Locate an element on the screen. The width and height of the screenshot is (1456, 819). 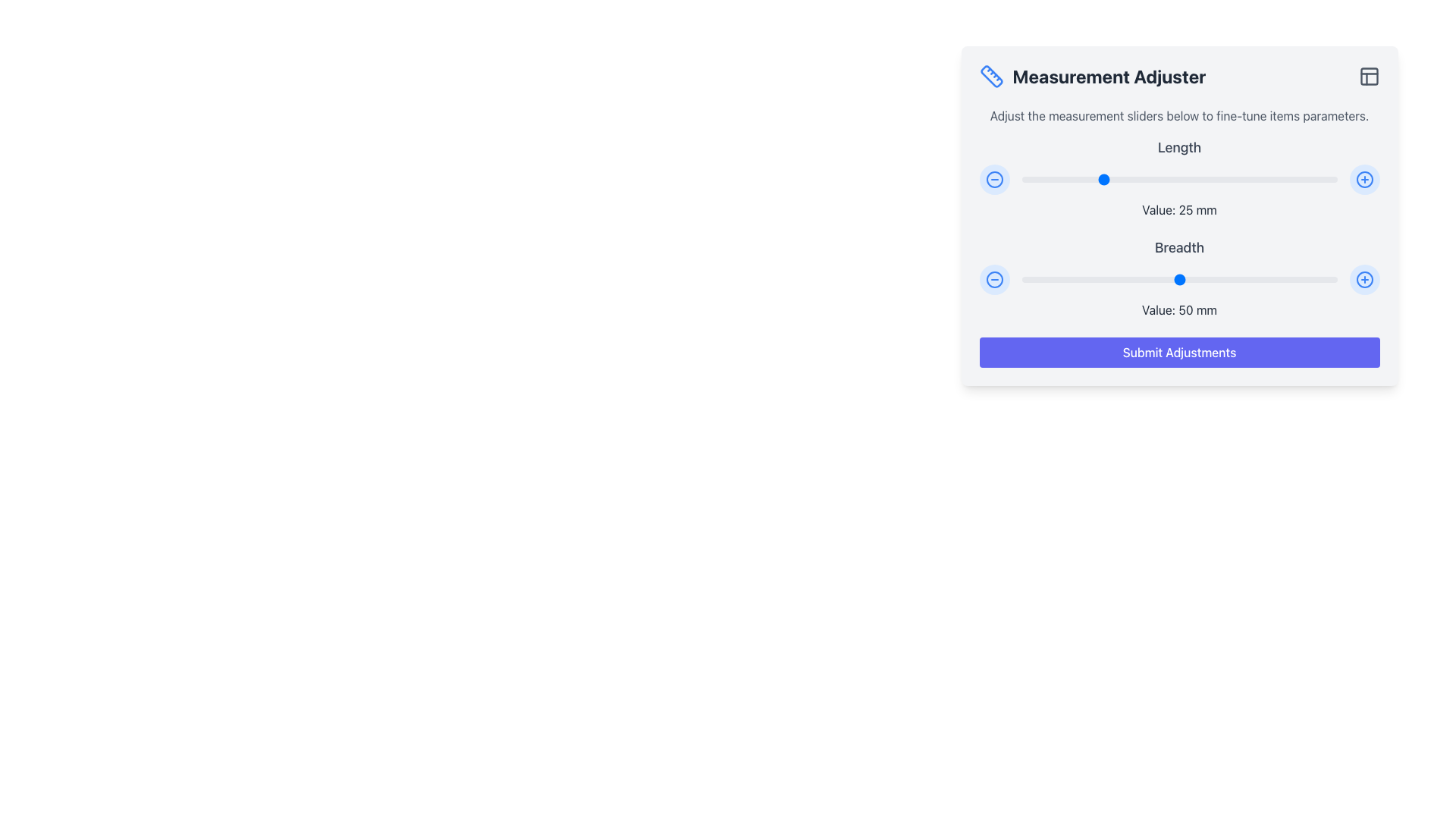
the length is located at coordinates (1230, 178).